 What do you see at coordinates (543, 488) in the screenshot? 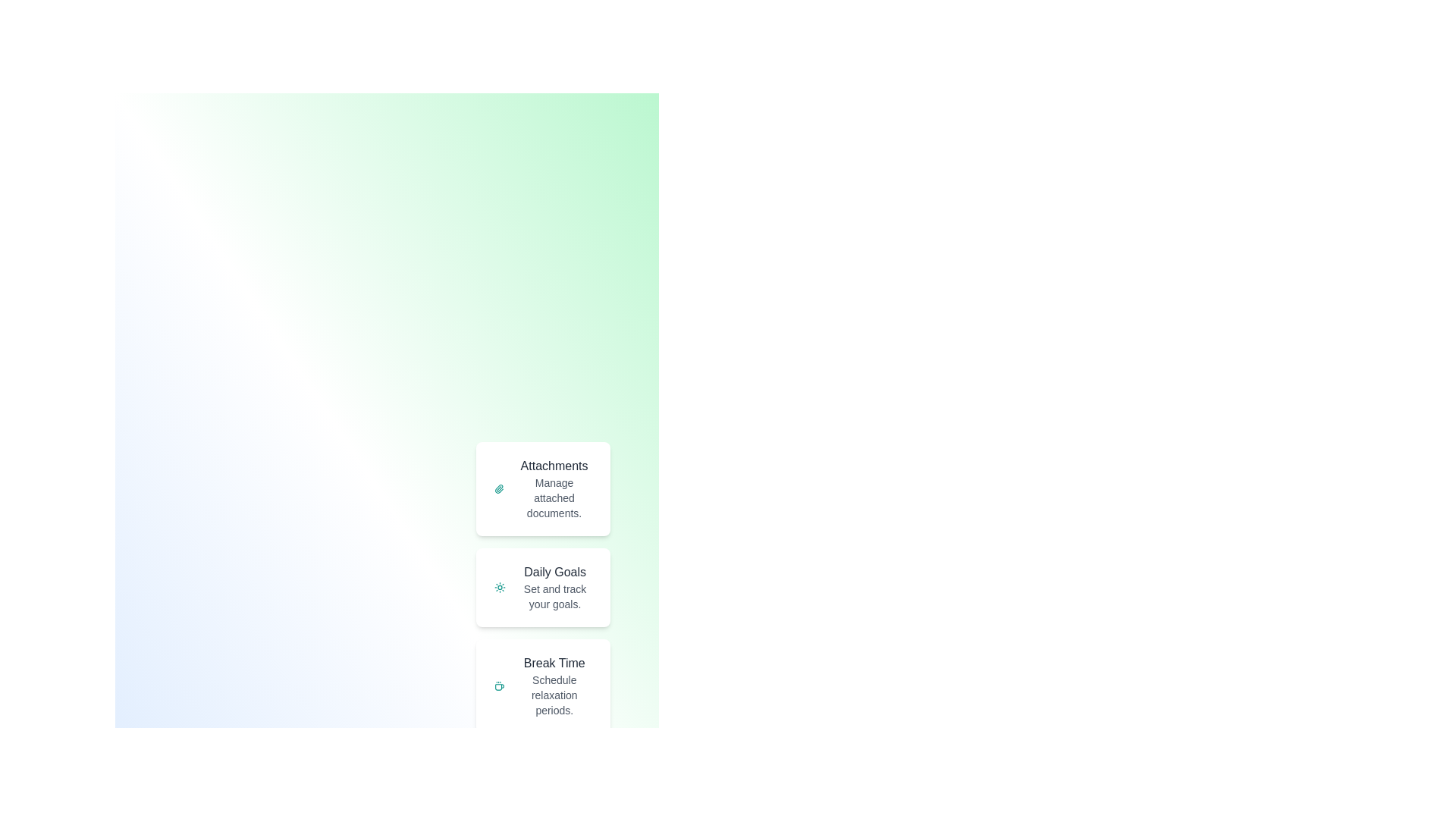
I see `the speed dial option Attachments to access its functionality` at bounding box center [543, 488].